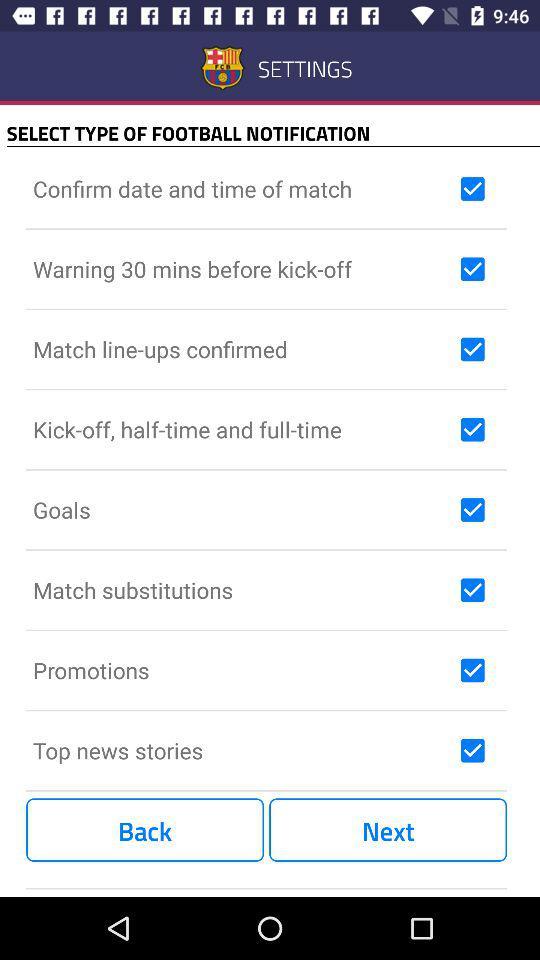 This screenshot has width=540, height=960. Describe the element at coordinates (242, 670) in the screenshot. I see `promotions icon` at that location.